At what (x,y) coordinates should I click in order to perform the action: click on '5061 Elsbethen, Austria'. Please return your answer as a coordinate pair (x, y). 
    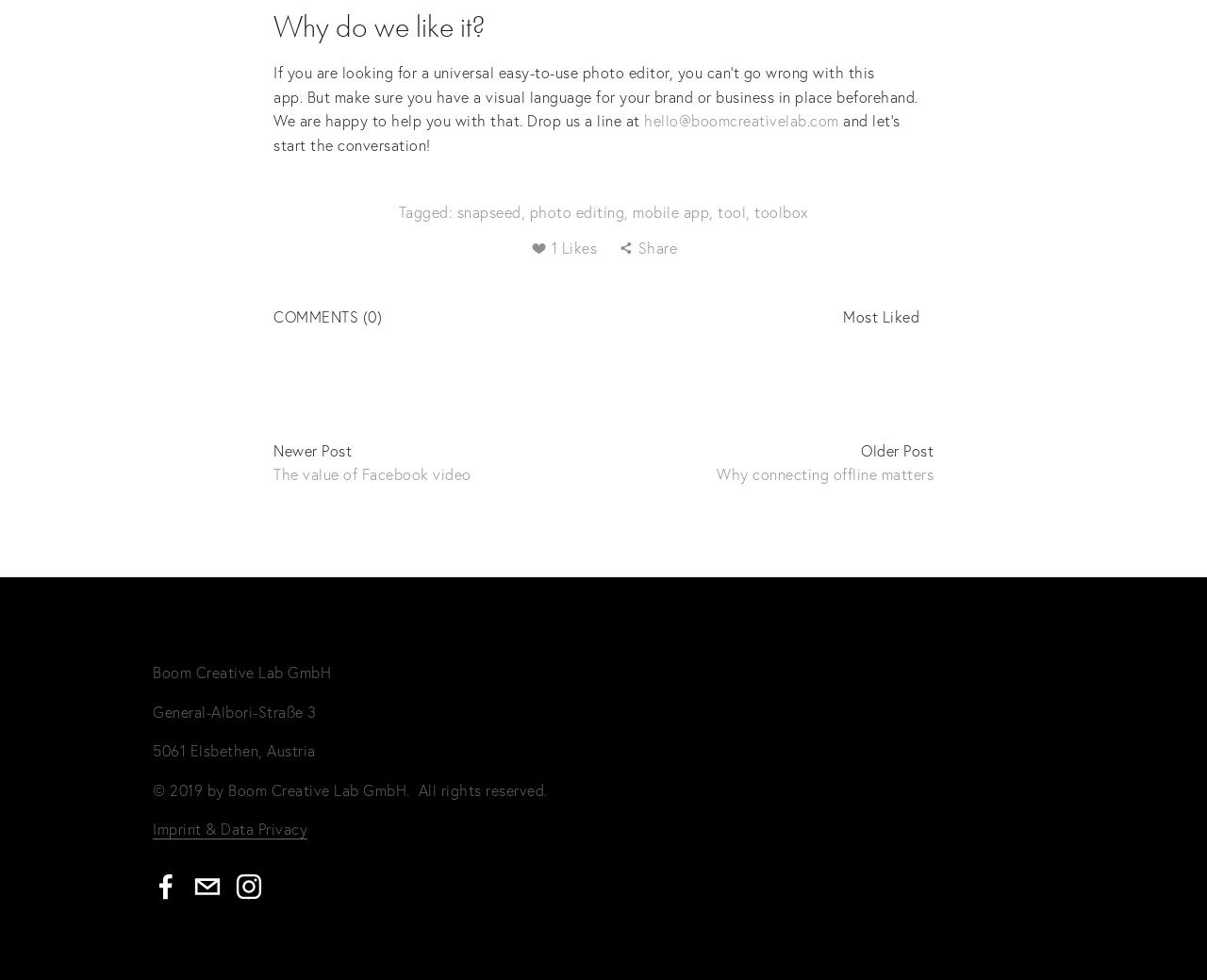
    Looking at the image, I should click on (232, 749).